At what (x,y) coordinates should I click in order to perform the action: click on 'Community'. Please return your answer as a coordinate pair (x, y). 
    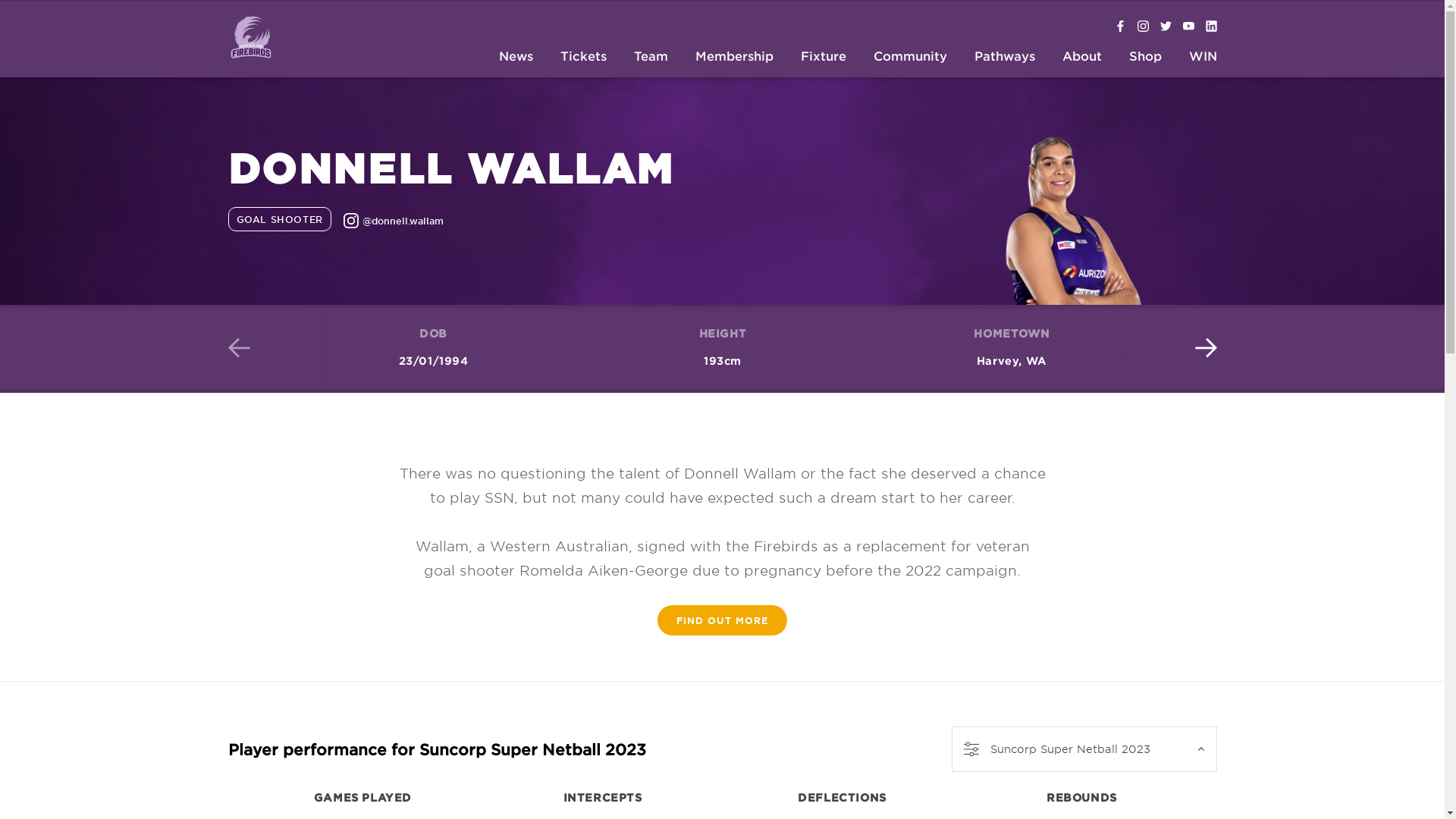
    Looking at the image, I should click on (909, 57).